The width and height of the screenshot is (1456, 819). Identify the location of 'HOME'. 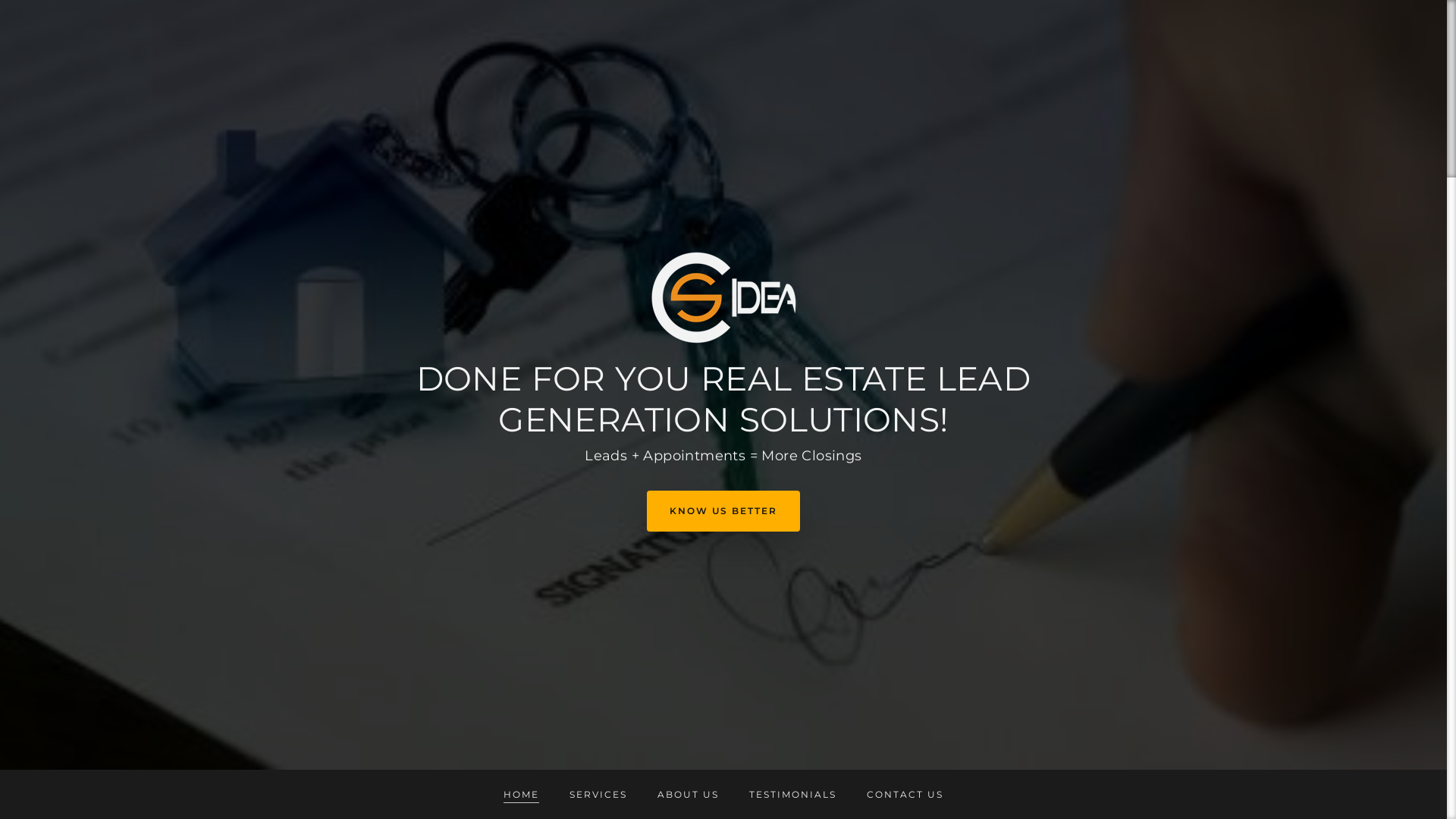
(521, 785).